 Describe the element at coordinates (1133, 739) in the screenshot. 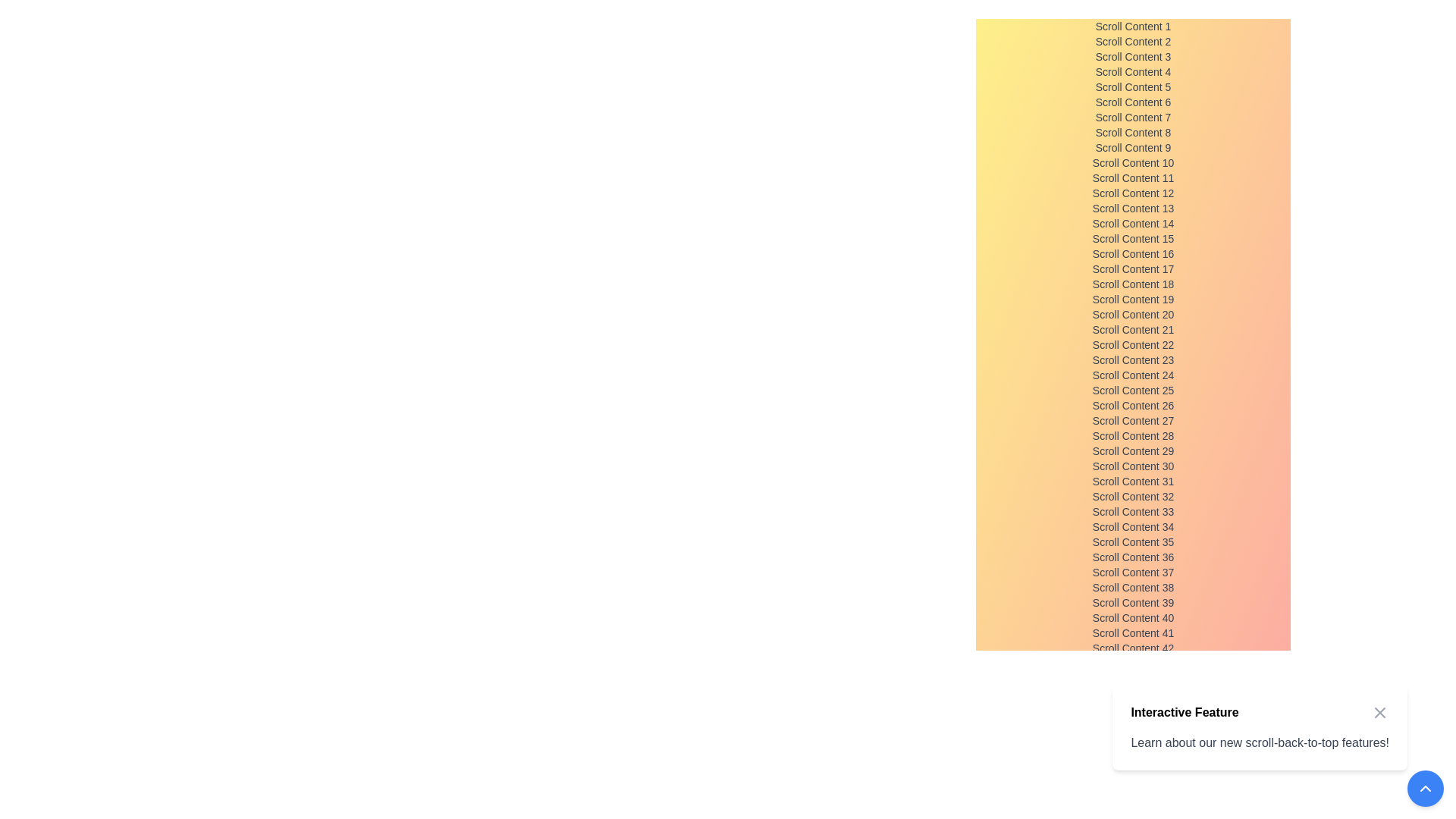

I see `text content of the 'Scroll Content 48' label, which is the 48th item in a vertically scrollable list with a yellow to red gradient background` at that location.